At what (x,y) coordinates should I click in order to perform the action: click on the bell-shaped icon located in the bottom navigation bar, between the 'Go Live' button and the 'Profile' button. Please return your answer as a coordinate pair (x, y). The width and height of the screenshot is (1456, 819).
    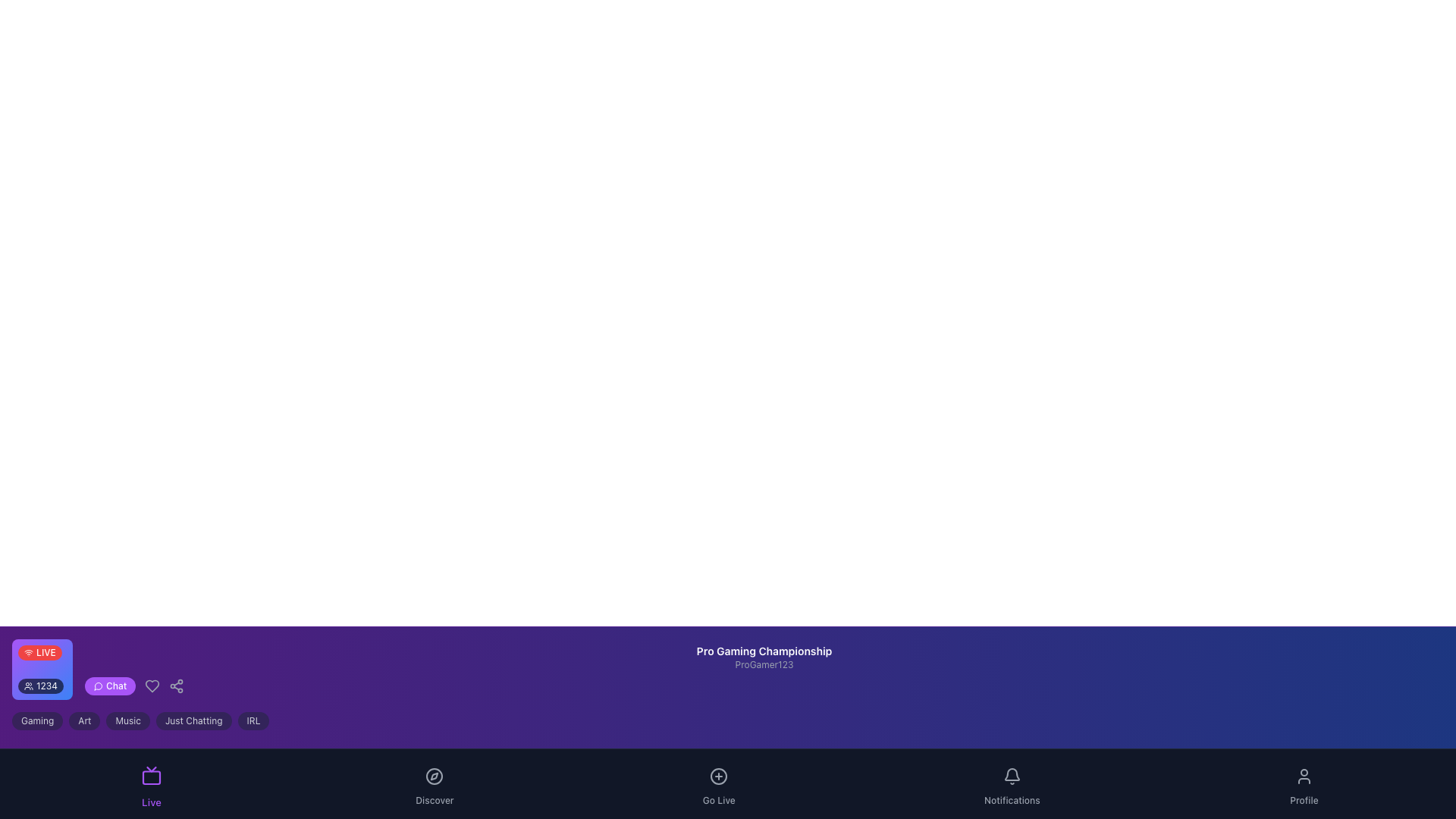
    Looking at the image, I should click on (1012, 776).